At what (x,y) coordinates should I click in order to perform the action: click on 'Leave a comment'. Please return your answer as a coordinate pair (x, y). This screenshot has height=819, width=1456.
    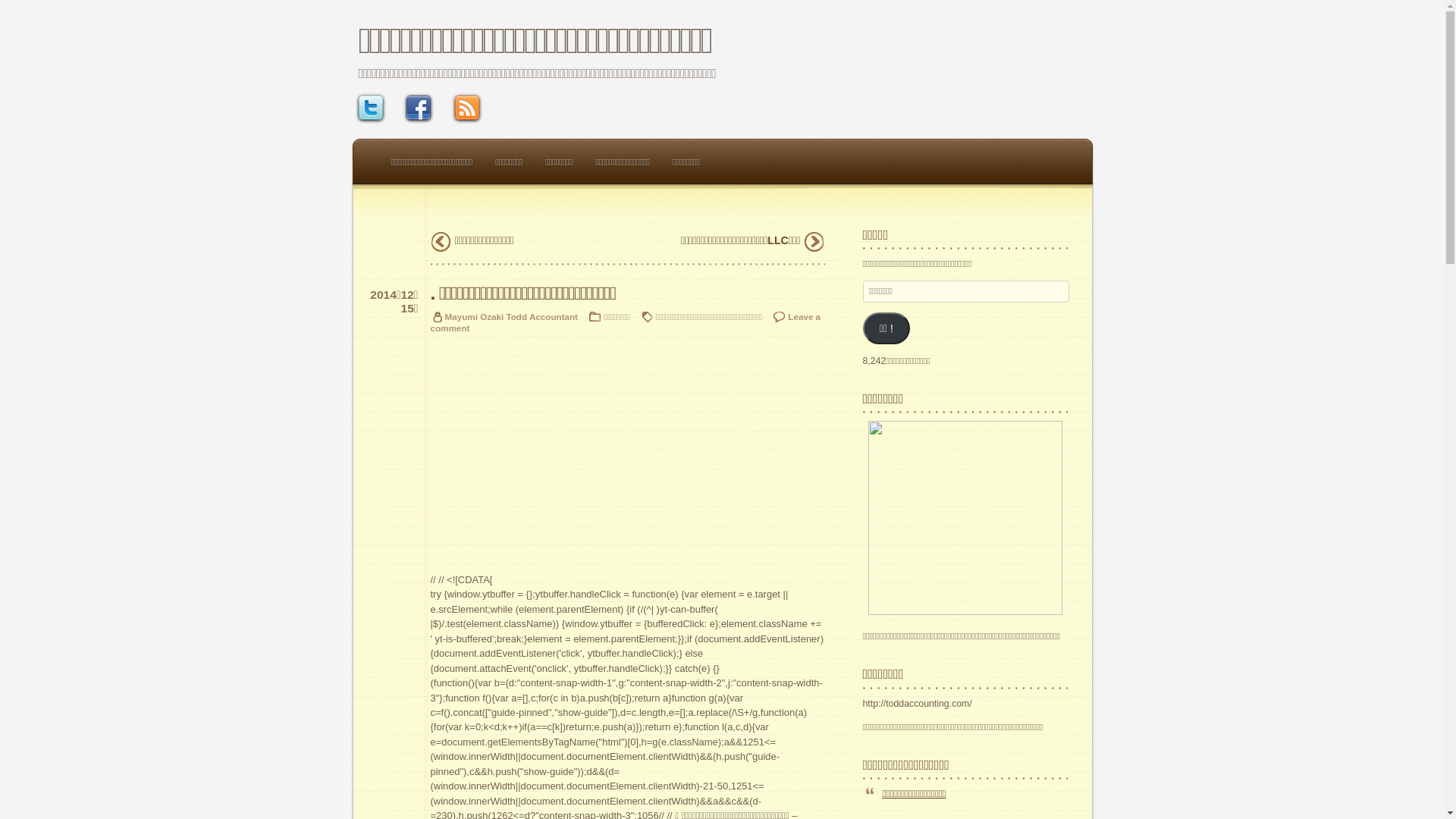
    Looking at the image, I should click on (626, 323).